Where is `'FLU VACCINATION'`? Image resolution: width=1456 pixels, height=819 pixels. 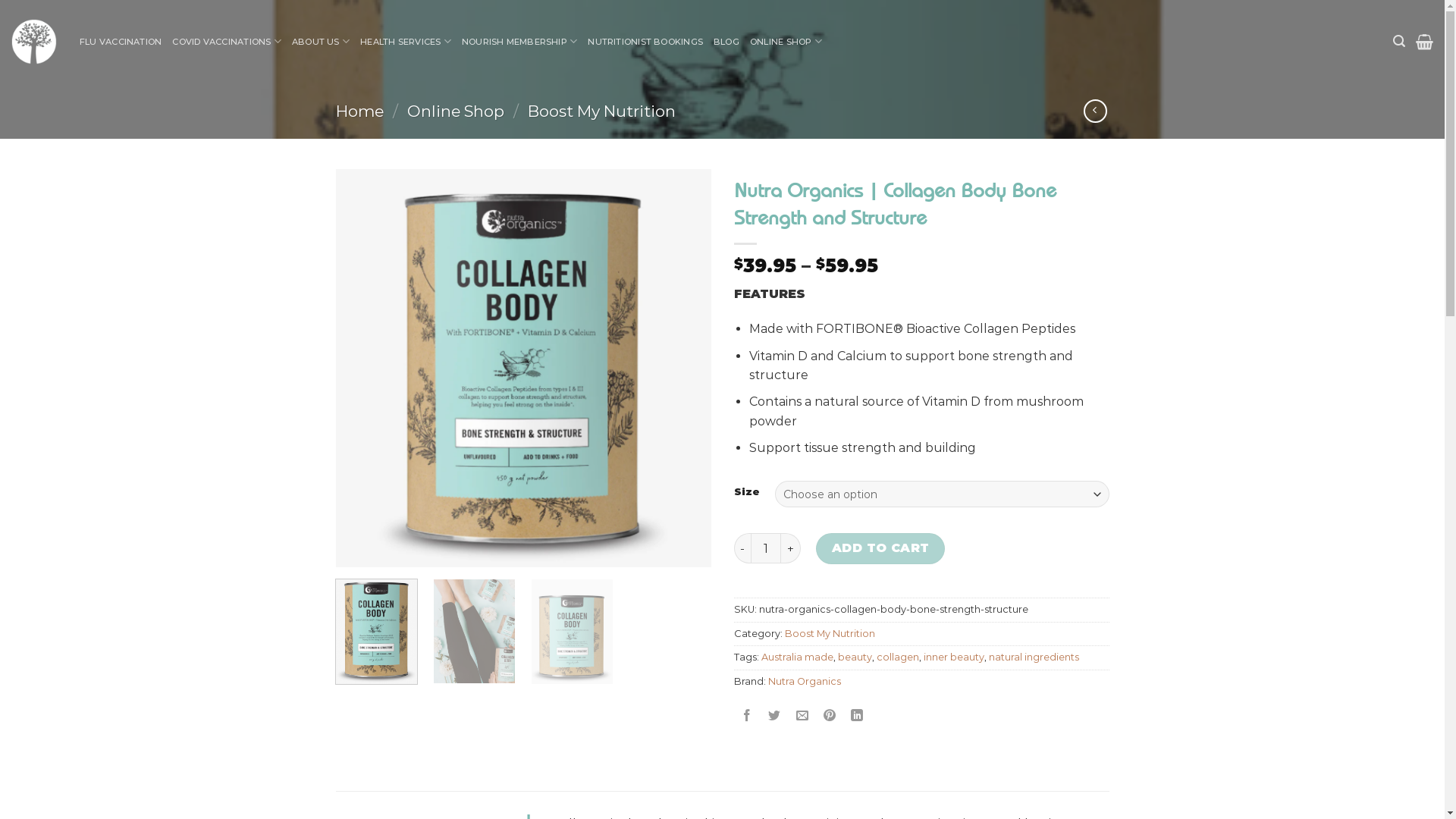
'FLU VACCINATION' is located at coordinates (119, 40).